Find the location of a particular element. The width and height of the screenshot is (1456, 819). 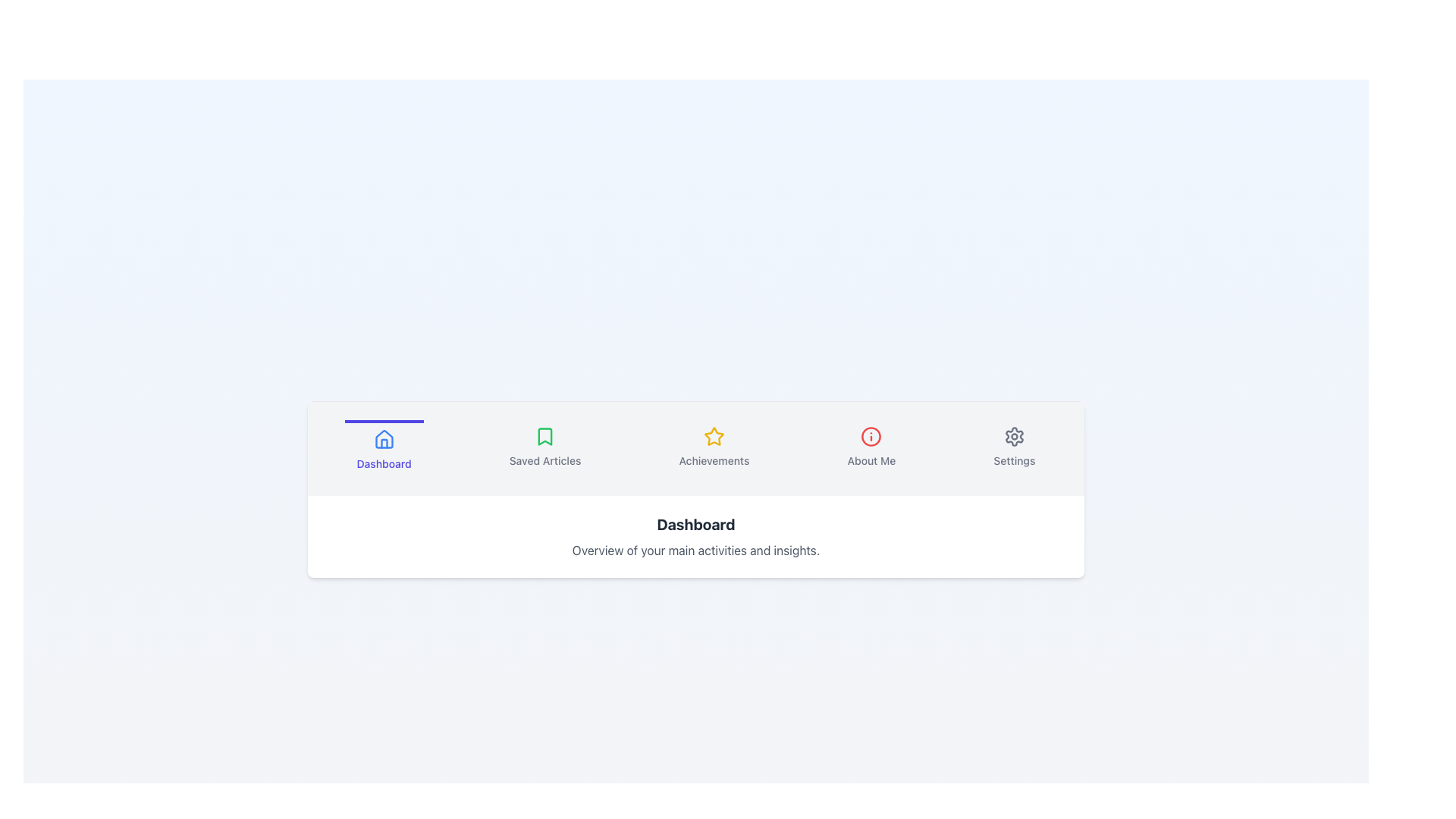

the circular 'About Me' button with the information symbol ('i') in red color is located at coordinates (871, 447).